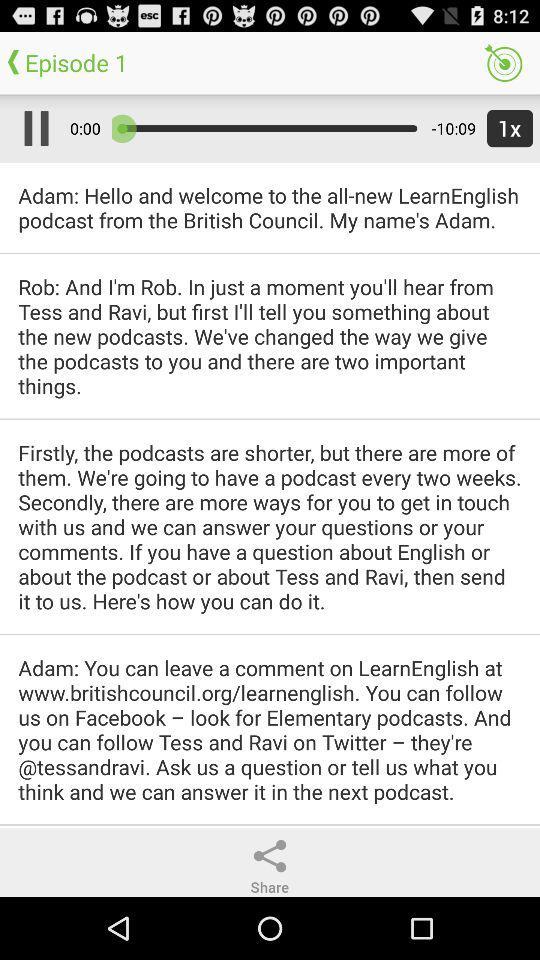 This screenshot has height=960, width=540. I want to click on the item to the right of the episode 1, so click(502, 62).